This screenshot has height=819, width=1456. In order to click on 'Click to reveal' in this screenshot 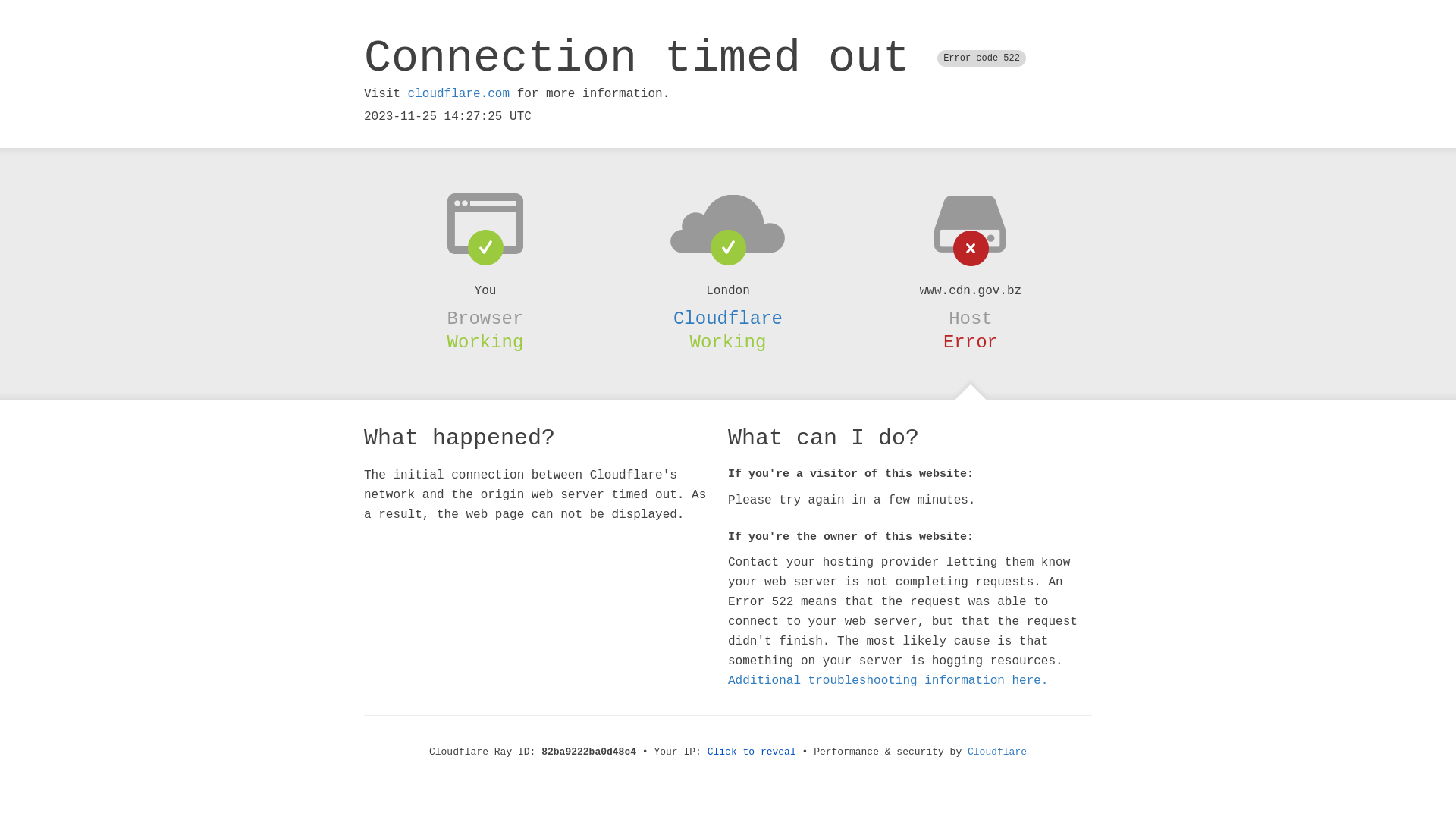, I will do `click(752, 752)`.